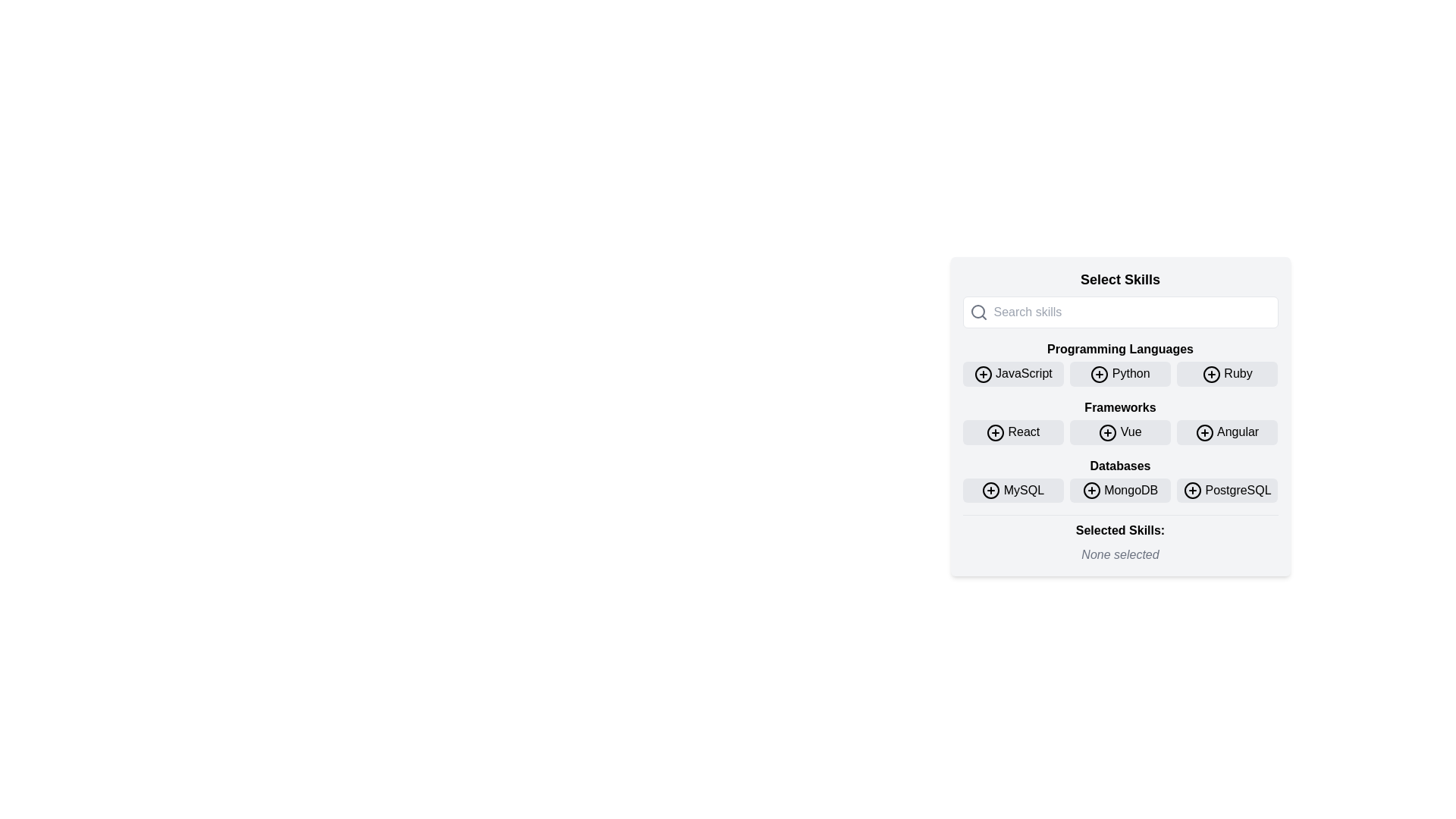  I want to click on the addition icon located within the 'Vue' button in the 'Frameworks' section of the 'Select Skills' card, so click(1108, 432).